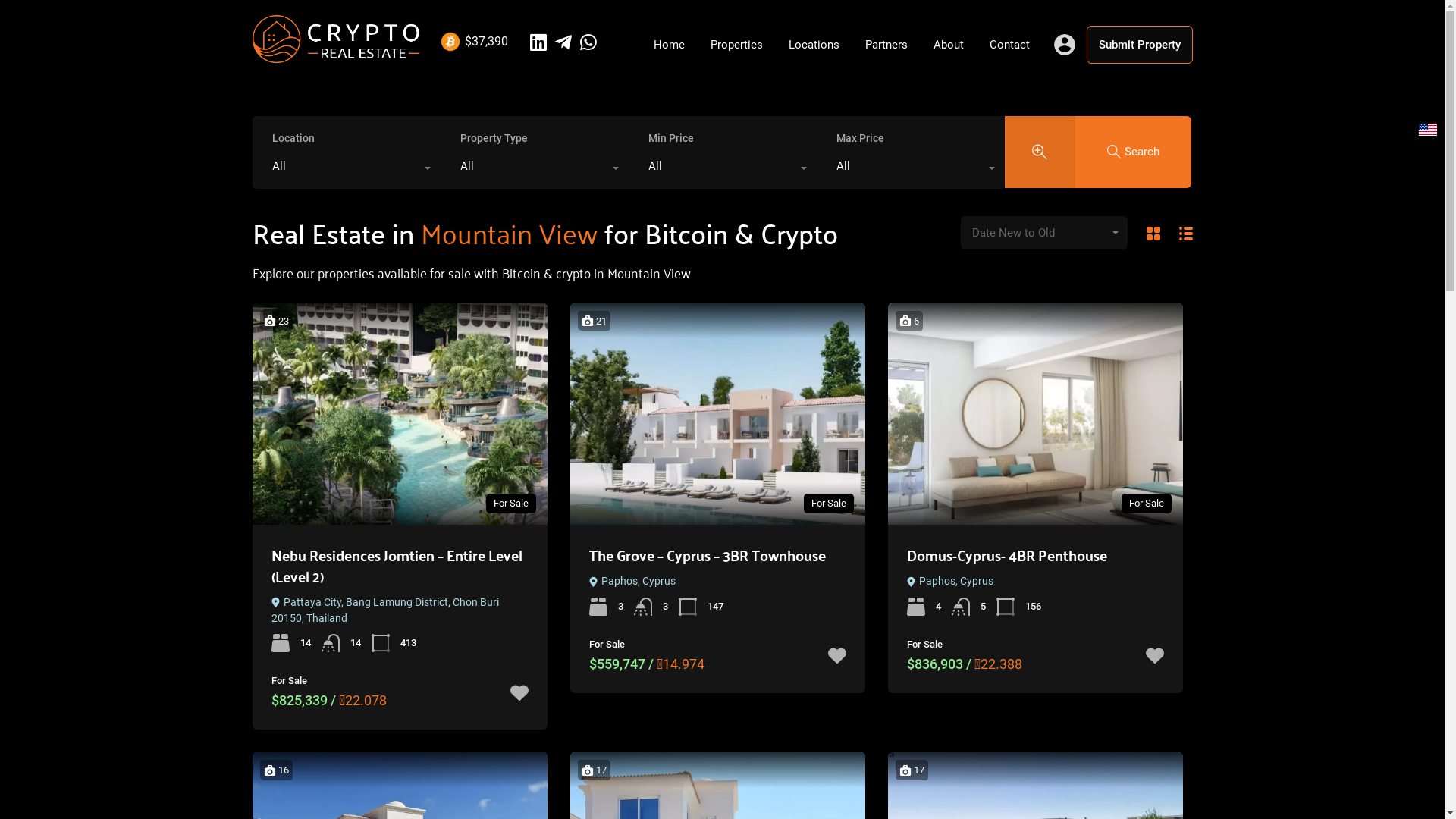 This screenshot has width=1456, height=819. I want to click on 'All', so click(345, 169).